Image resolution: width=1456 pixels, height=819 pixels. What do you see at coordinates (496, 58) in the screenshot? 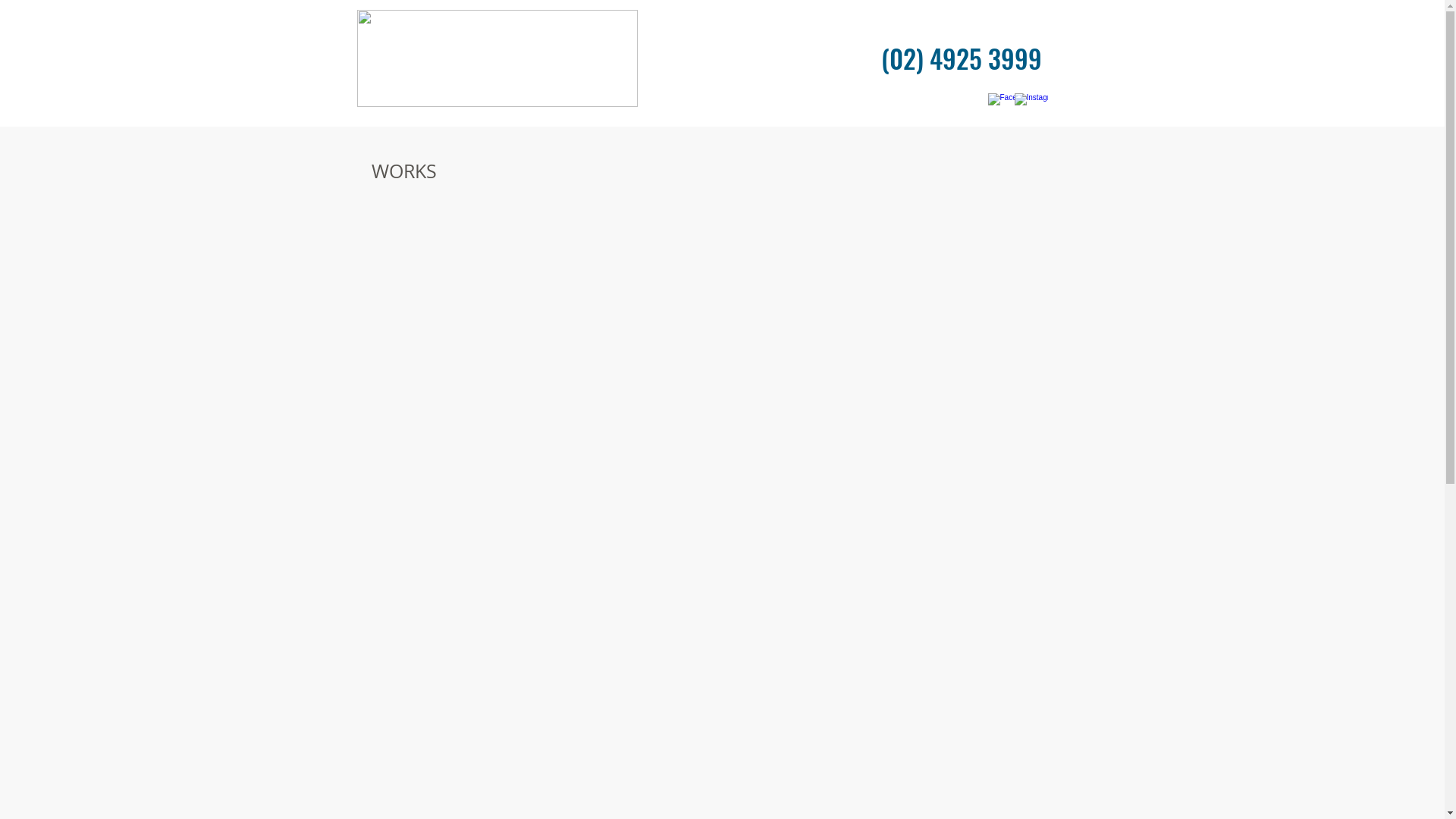
I see `'High Res.png'` at bounding box center [496, 58].